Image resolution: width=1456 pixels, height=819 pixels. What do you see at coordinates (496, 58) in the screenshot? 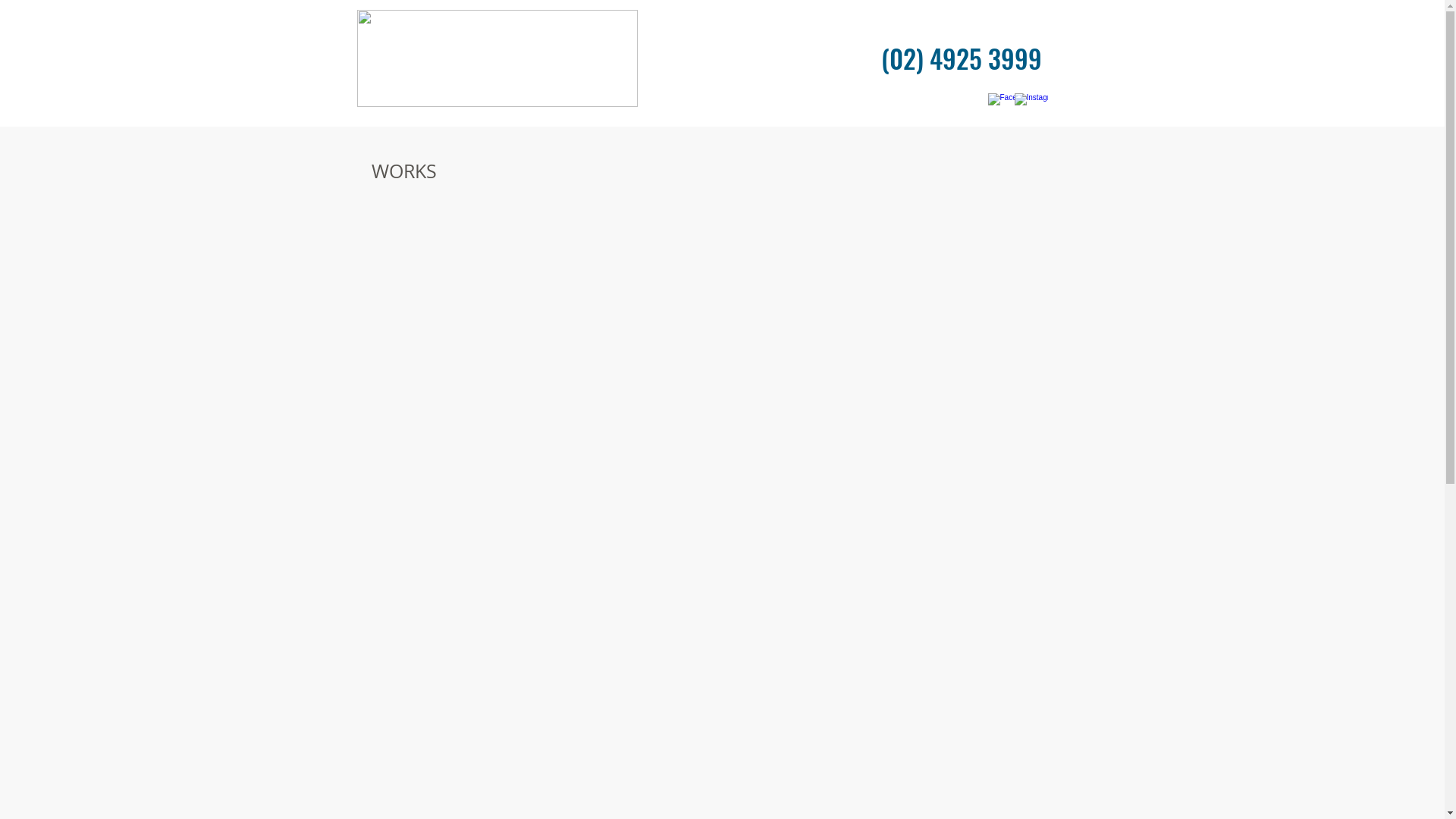
I see `'High Res.png'` at bounding box center [496, 58].